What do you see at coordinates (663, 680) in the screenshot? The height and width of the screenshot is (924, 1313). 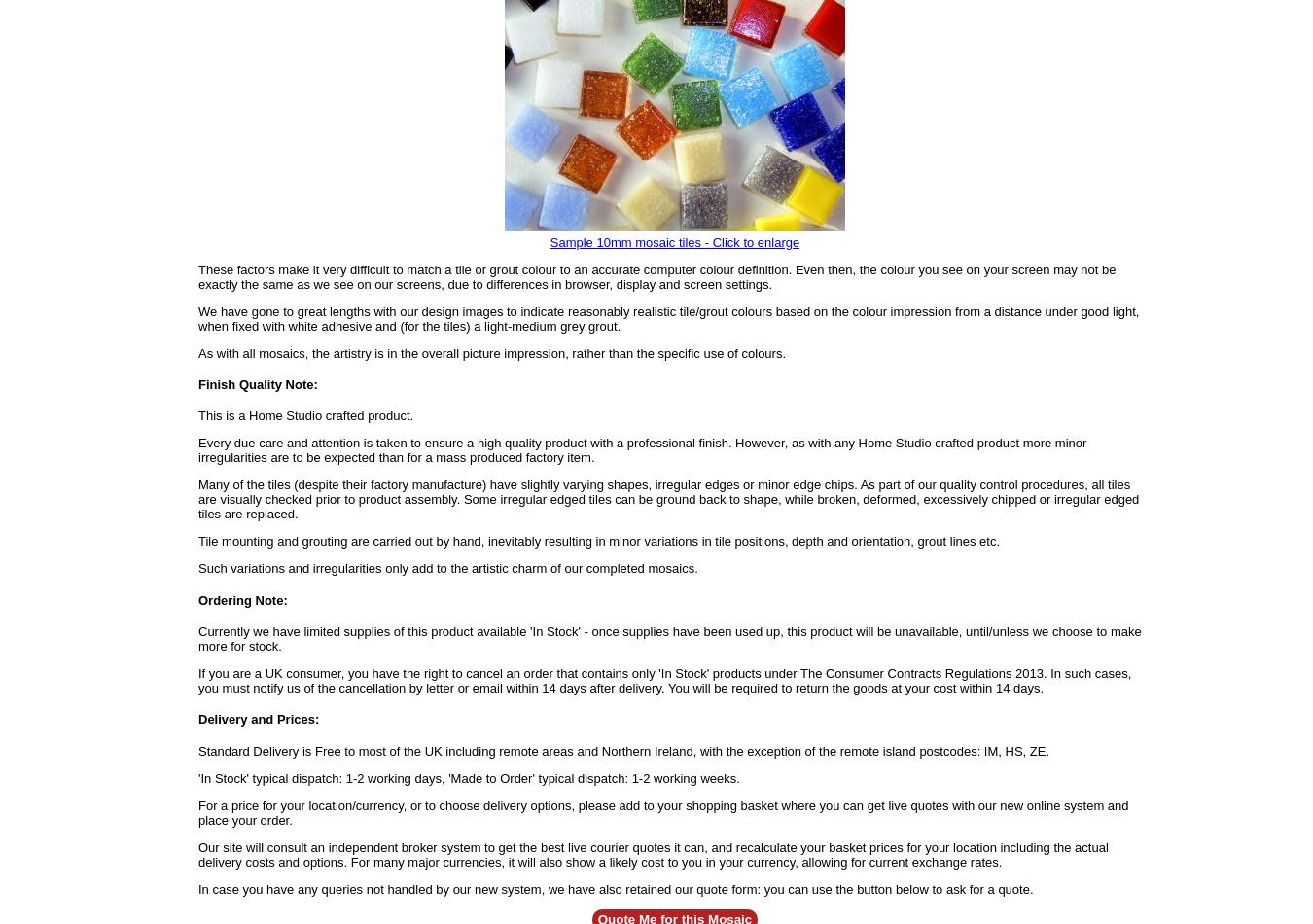 I see `'If you are a UK consumer, you have the right to cancel an order that contains only 'In Stock' products under The Consumer Contracts Regulations 2013. In such cases, you must notify us of the cancellation by letter or email within 14 days after delivery. You will be required to return the goods at your cost within 14 days.'` at bounding box center [663, 680].